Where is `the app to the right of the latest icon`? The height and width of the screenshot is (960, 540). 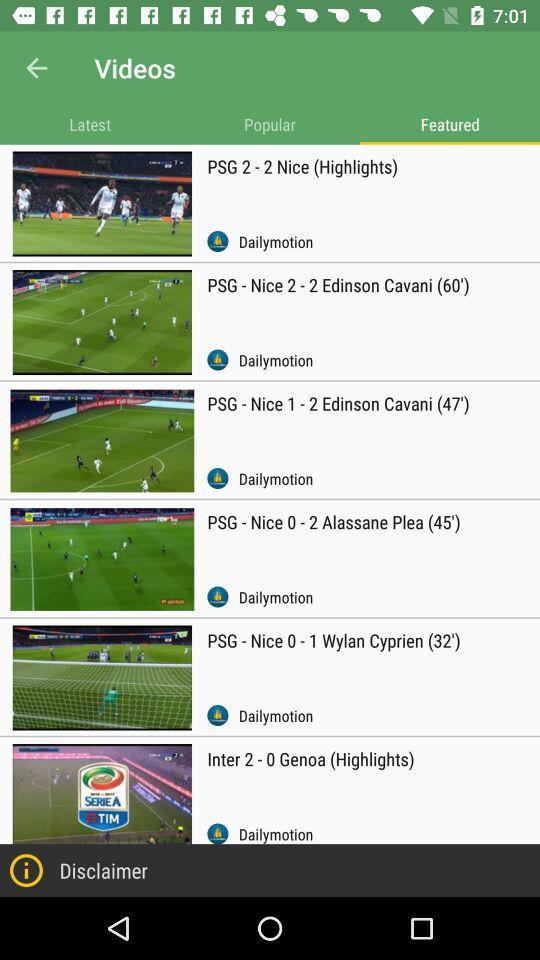
the app to the right of the latest icon is located at coordinates (270, 123).